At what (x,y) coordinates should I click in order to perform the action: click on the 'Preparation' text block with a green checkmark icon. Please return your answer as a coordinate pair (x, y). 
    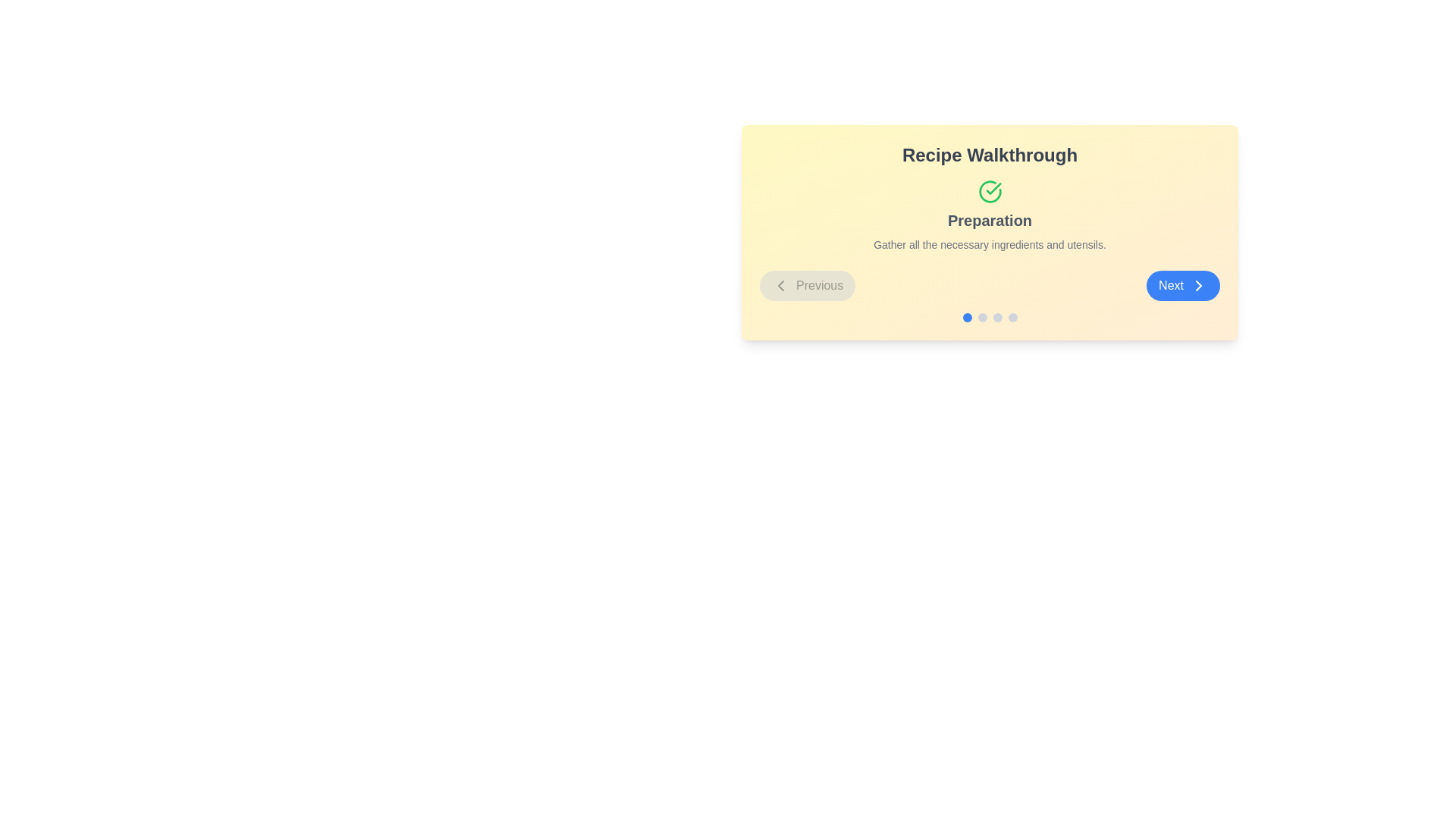
    Looking at the image, I should click on (990, 216).